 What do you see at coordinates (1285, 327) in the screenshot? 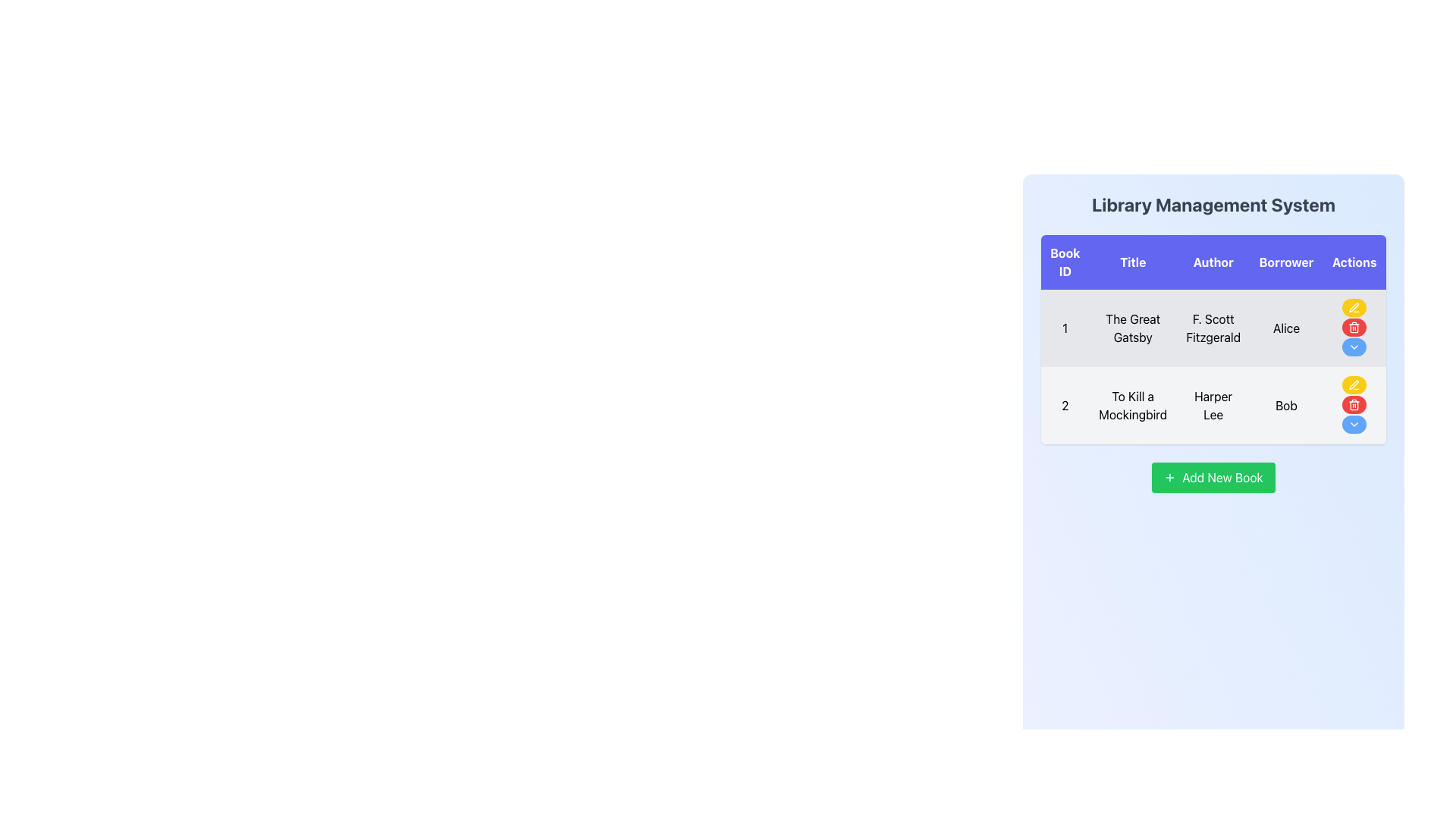
I see `the text display element that shows the name of the borrower for book ID '1' in the 'Borrower' column of the table` at bounding box center [1285, 327].